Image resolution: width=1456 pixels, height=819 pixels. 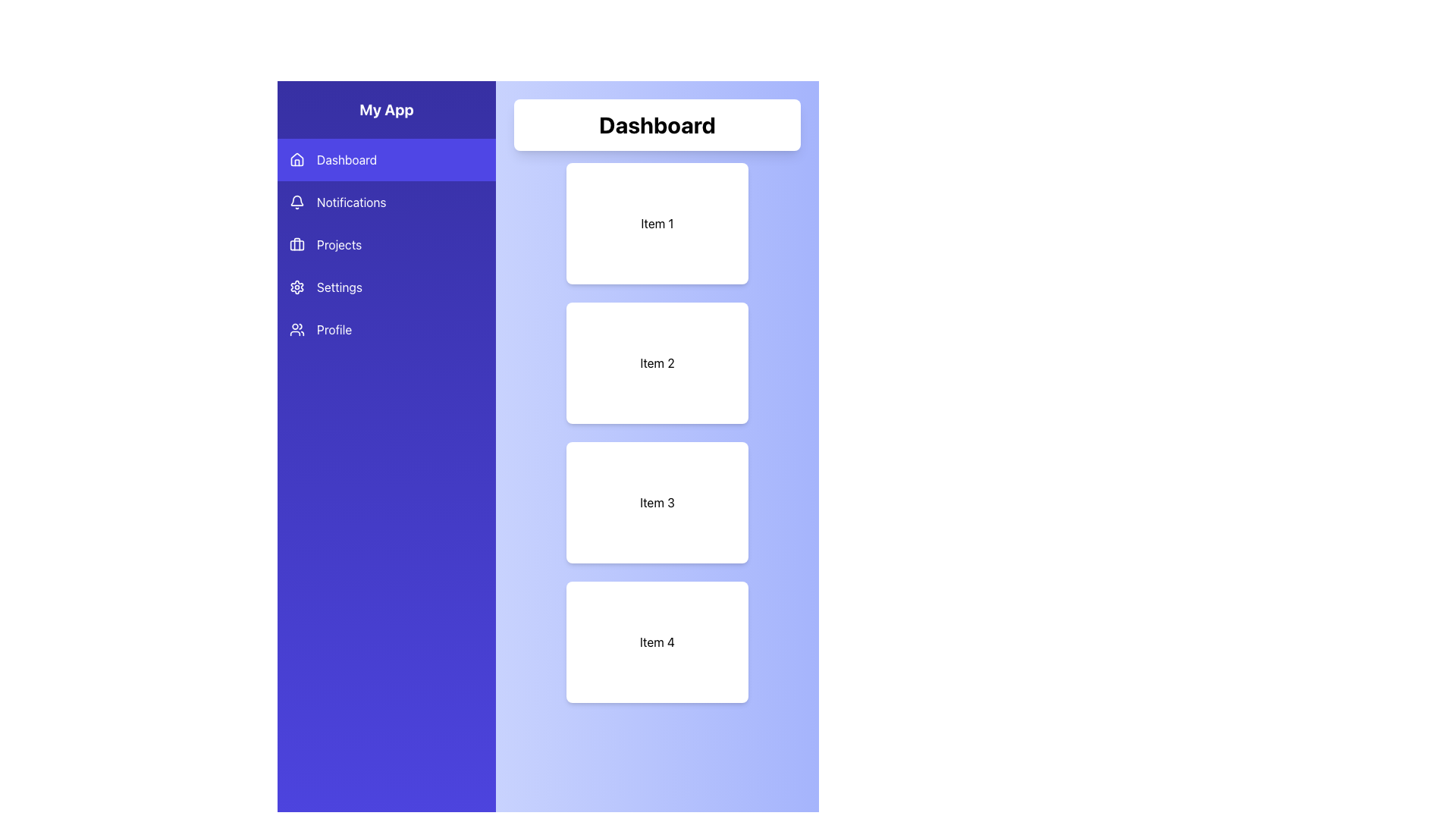 I want to click on the Settings button located as the fourth item in the sidebar menu, so click(x=386, y=287).